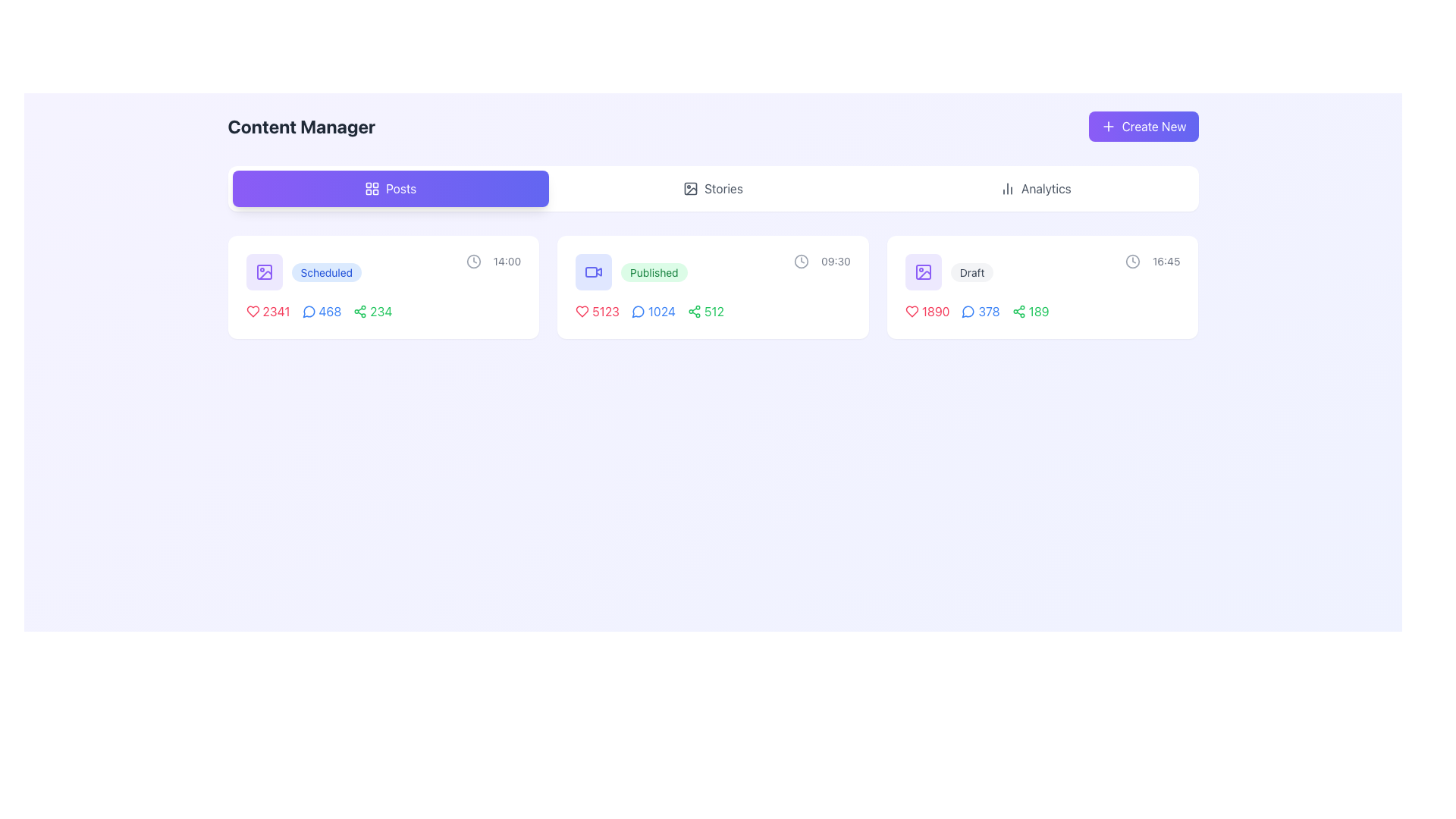  Describe the element at coordinates (318, 311) in the screenshot. I see `the blue message bubble icon with the numerical label '468'` at that location.